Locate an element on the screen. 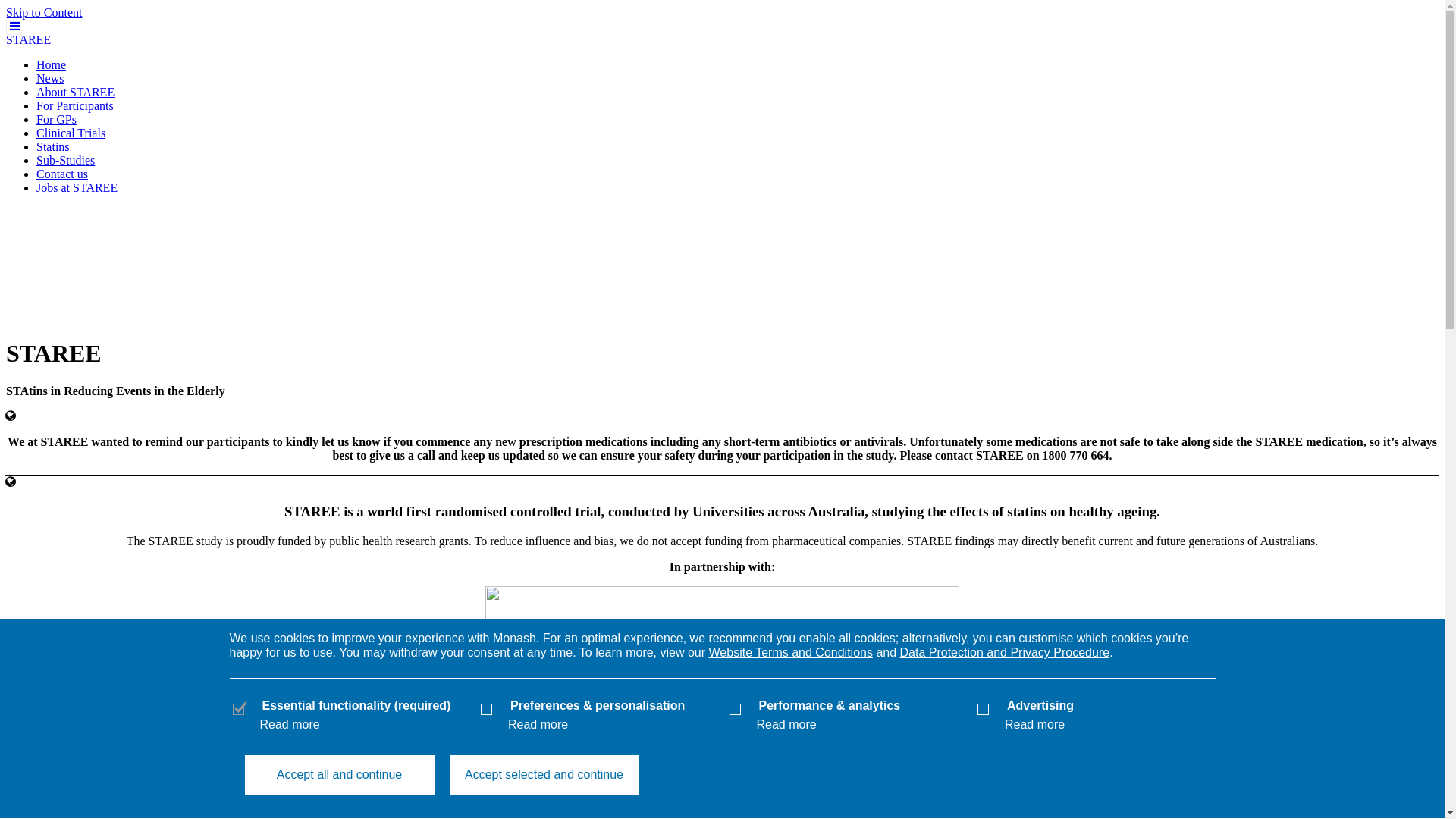  'Skip to Content' is located at coordinates (43, 12).